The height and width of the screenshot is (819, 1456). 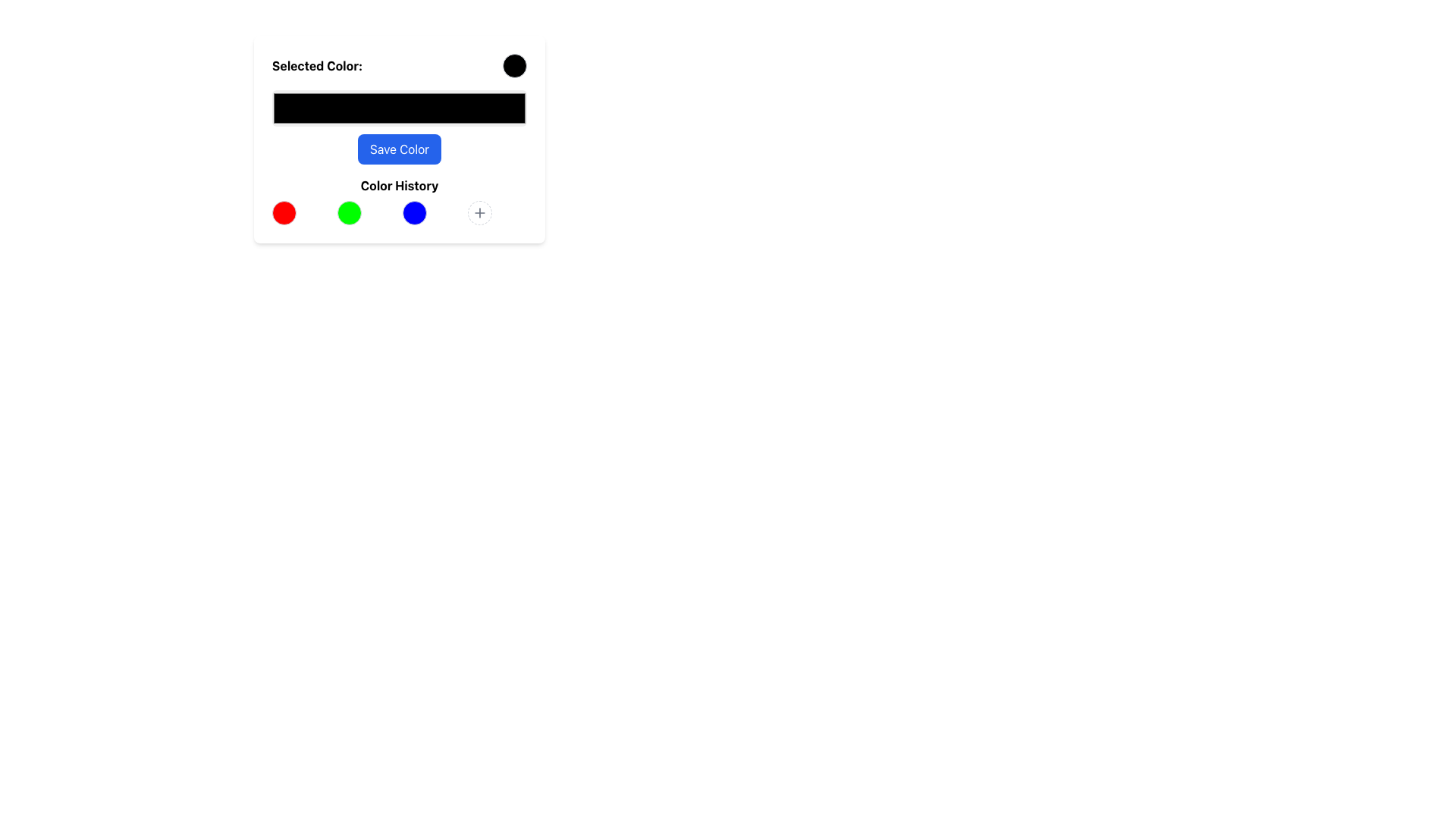 I want to click on the circular button with a dashed border and a plus icon at its center, located under the 'Color History' header, so click(x=479, y=213).